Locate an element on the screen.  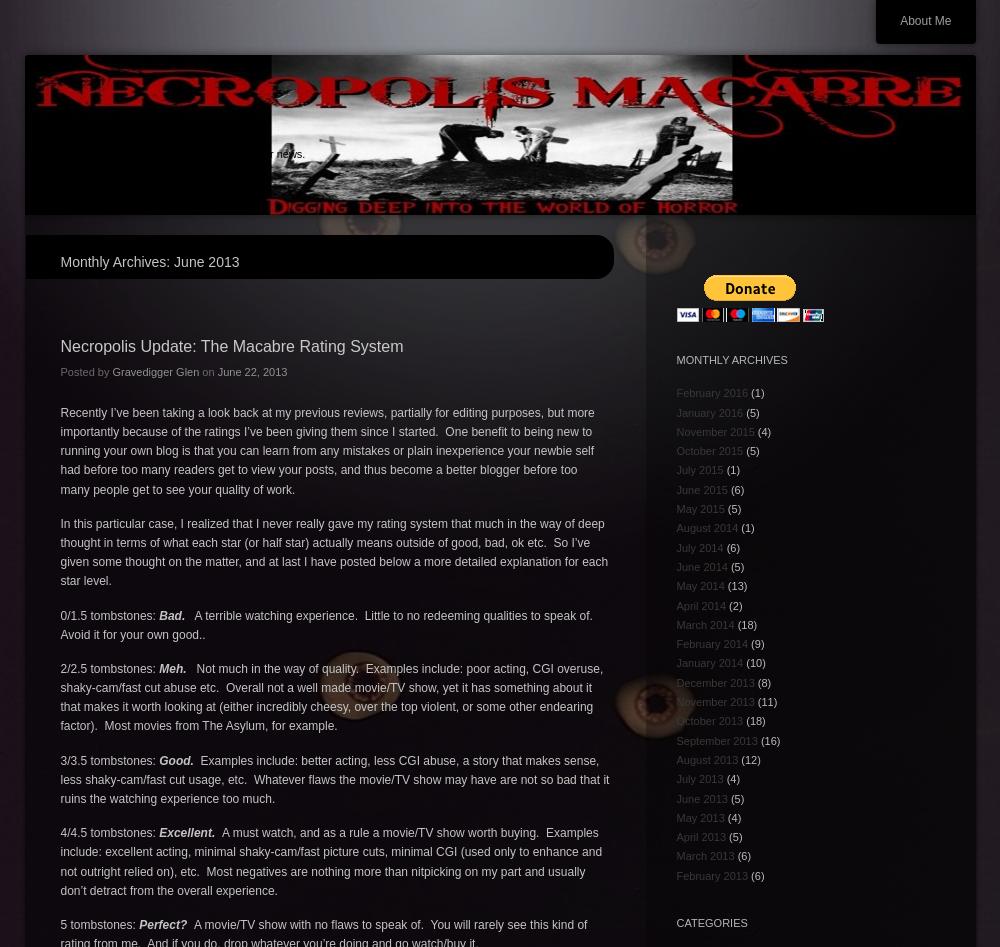
'Recently I’ve been taking a look back at my previous reviews, partially for editing purposes, but more importantly because of the ratings I’ve been giving them since I started.  One benefit to being new to running your own blog is that you can learn from any mistakes or plain inexperience your newbie self had before too many readers get to view your posts, and thus become a better blogger before too many people get to see your quality of work.' is located at coordinates (326, 450).